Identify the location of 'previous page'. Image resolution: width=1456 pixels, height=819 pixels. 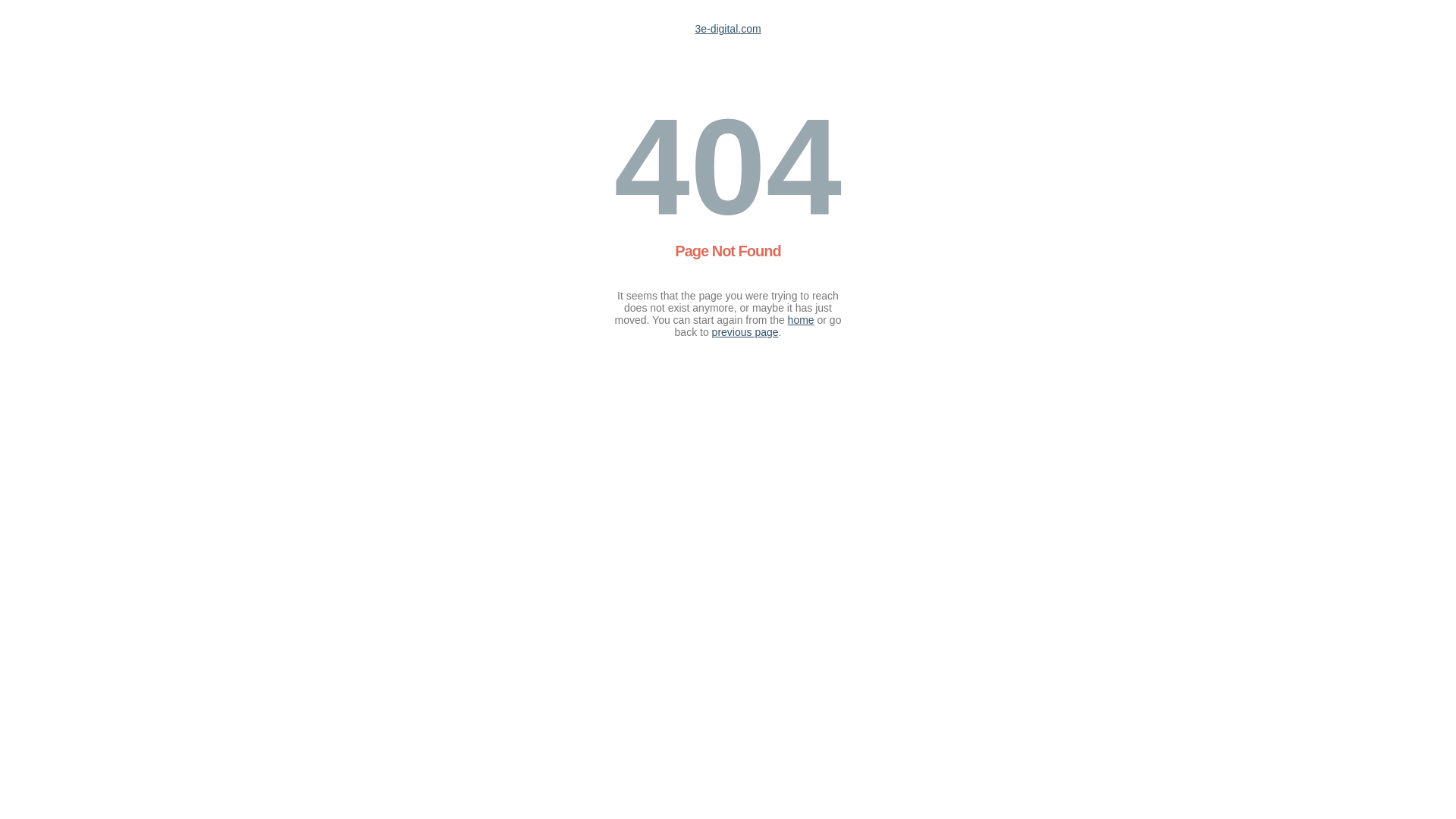
(745, 331).